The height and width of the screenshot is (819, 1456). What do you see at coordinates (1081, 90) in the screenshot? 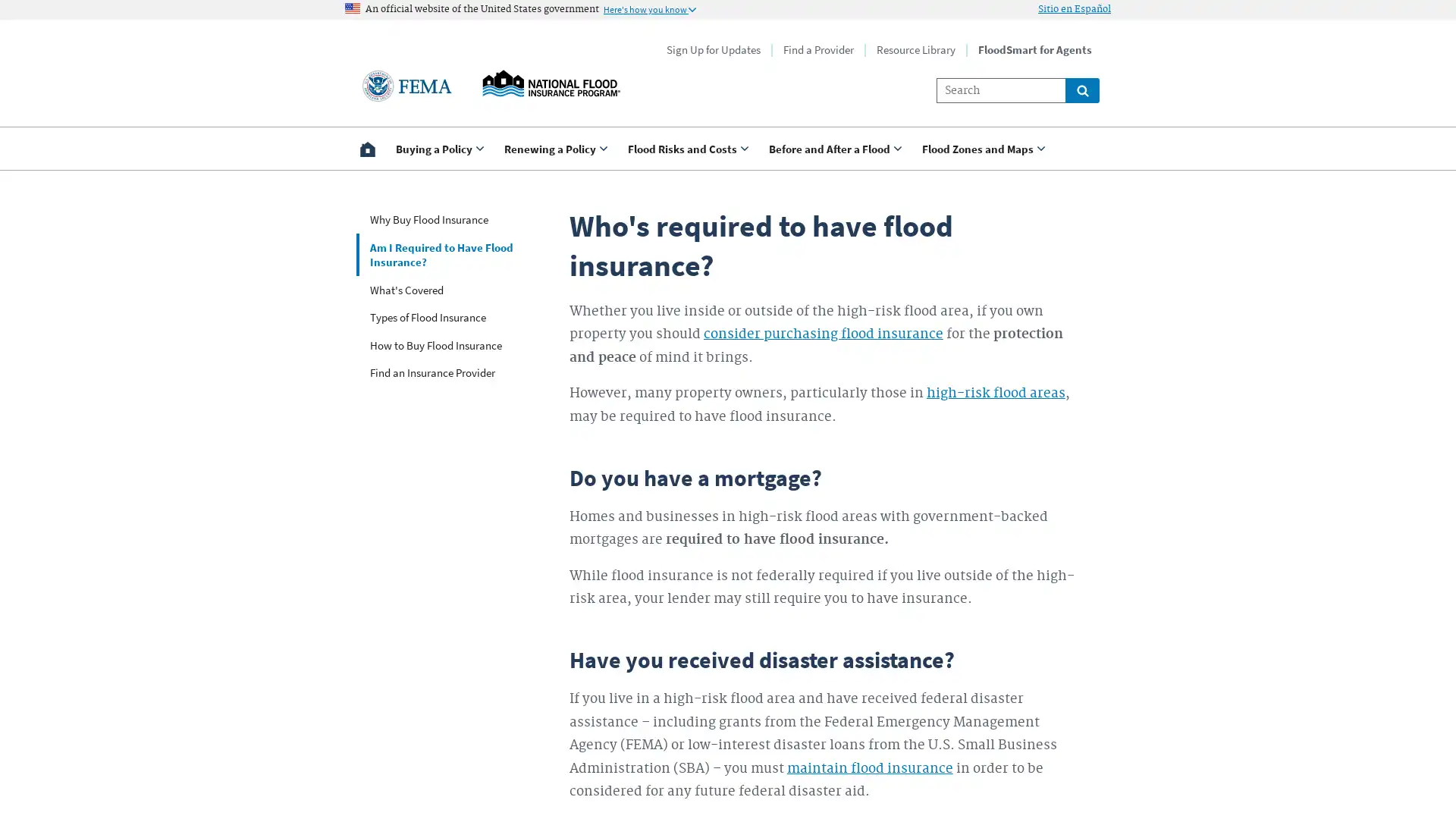
I see `Global search for site links and content throught floodsmart` at bounding box center [1081, 90].